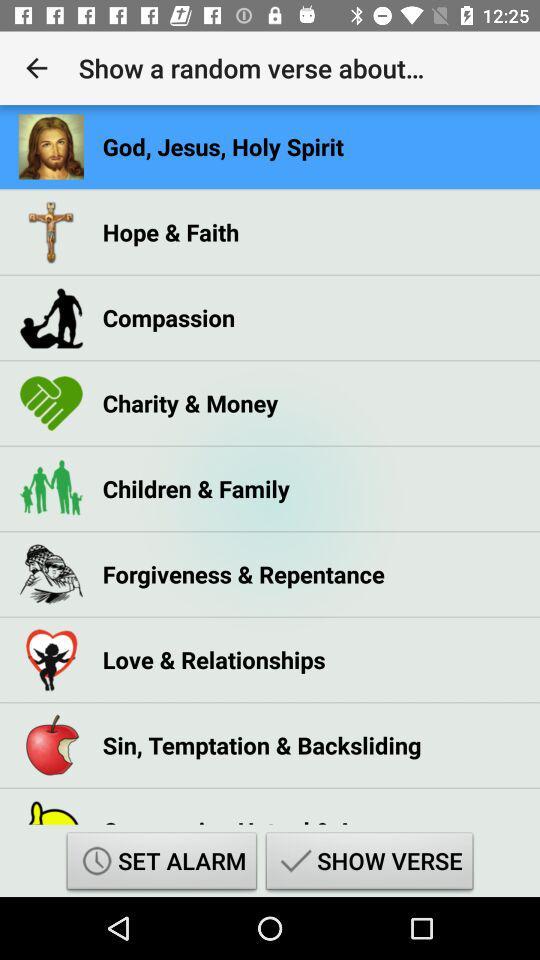 The width and height of the screenshot is (540, 960). Describe the element at coordinates (160, 863) in the screenshot. I see `item next to the show verse icon` at that location.